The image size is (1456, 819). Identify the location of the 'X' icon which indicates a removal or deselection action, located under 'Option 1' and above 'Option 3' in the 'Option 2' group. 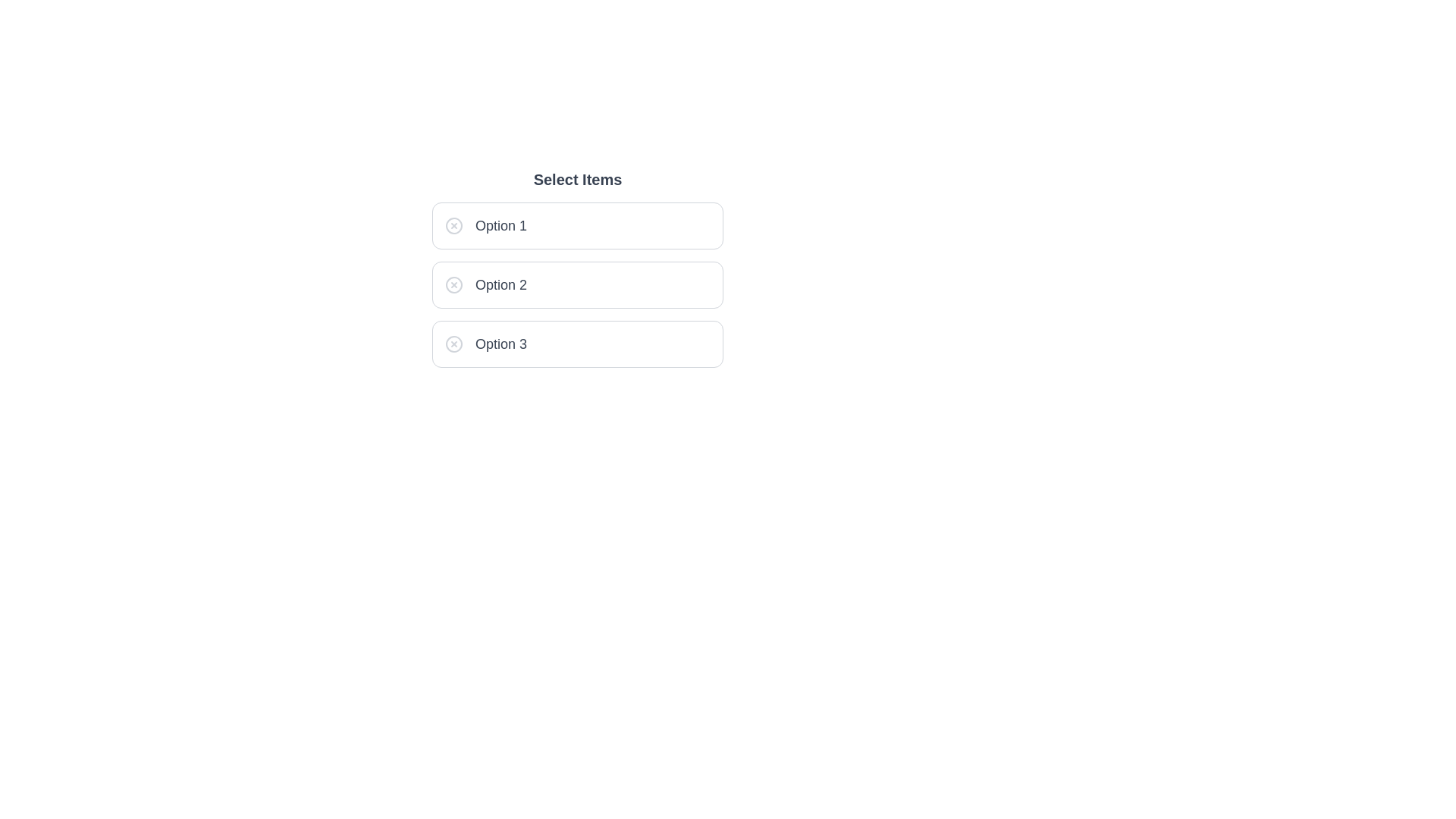
(453, 284).